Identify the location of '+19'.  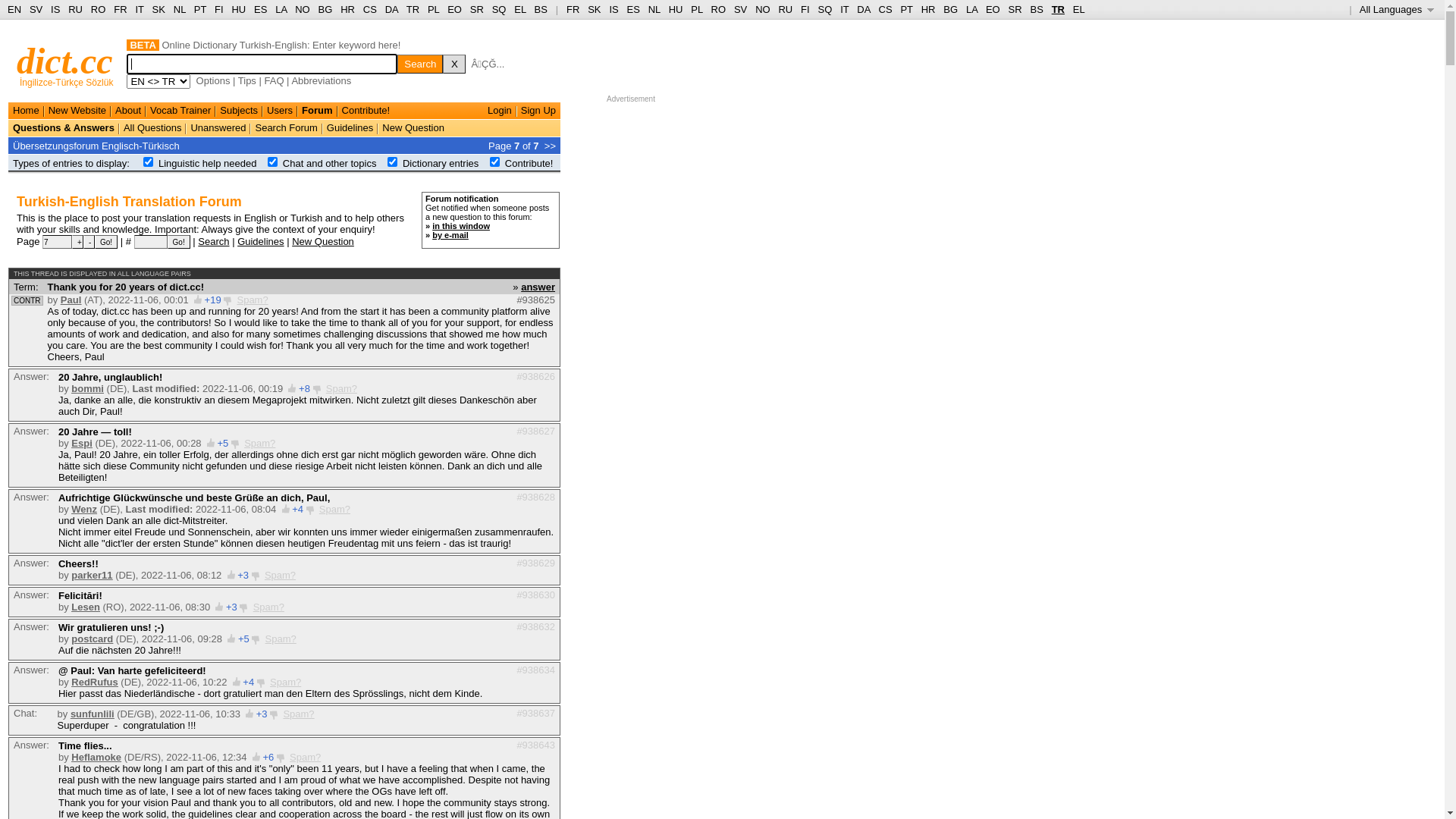
(203, 300).